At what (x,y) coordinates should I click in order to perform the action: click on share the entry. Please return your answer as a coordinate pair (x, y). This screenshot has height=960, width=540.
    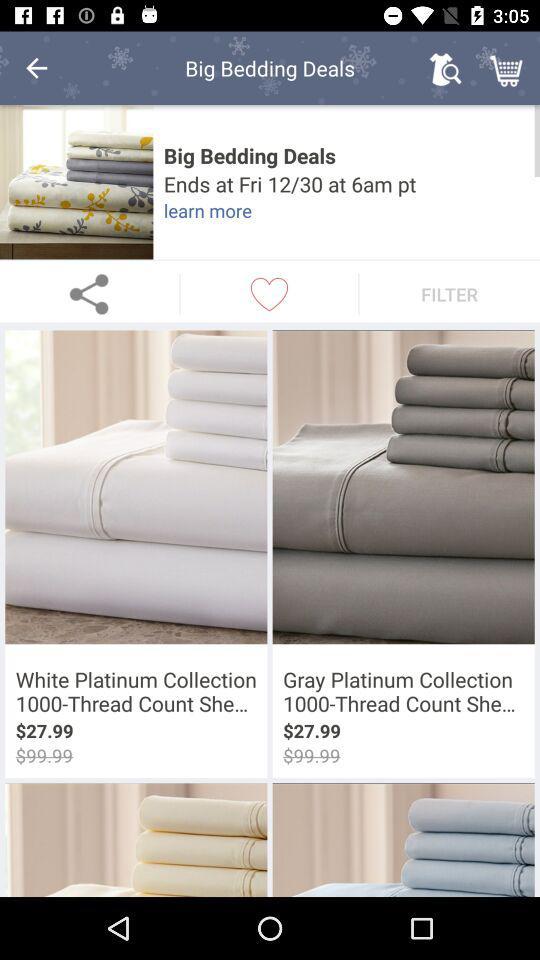
    Looking at the image, I should click on (88, 293).